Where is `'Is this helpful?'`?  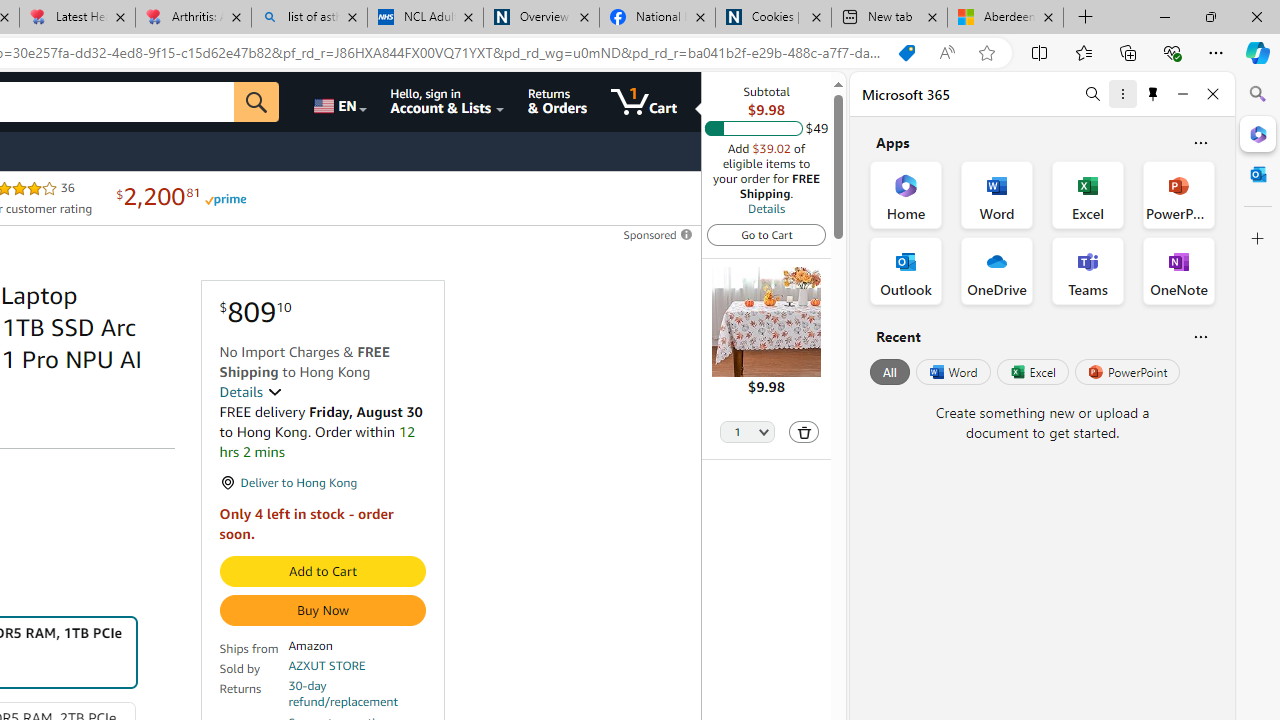 'Is this helpful?' is located at coordinates (1200, 335).